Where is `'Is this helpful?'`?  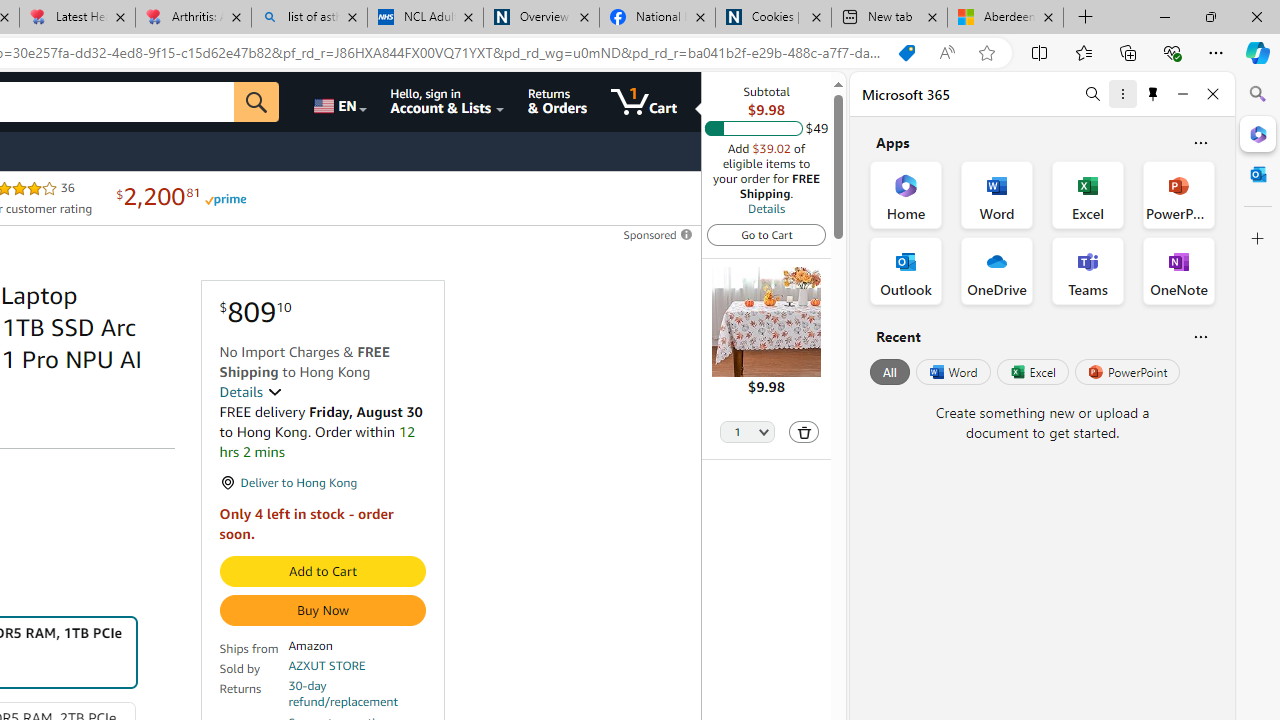 'Is this helpful?' is located at coordinates (1200, 335).